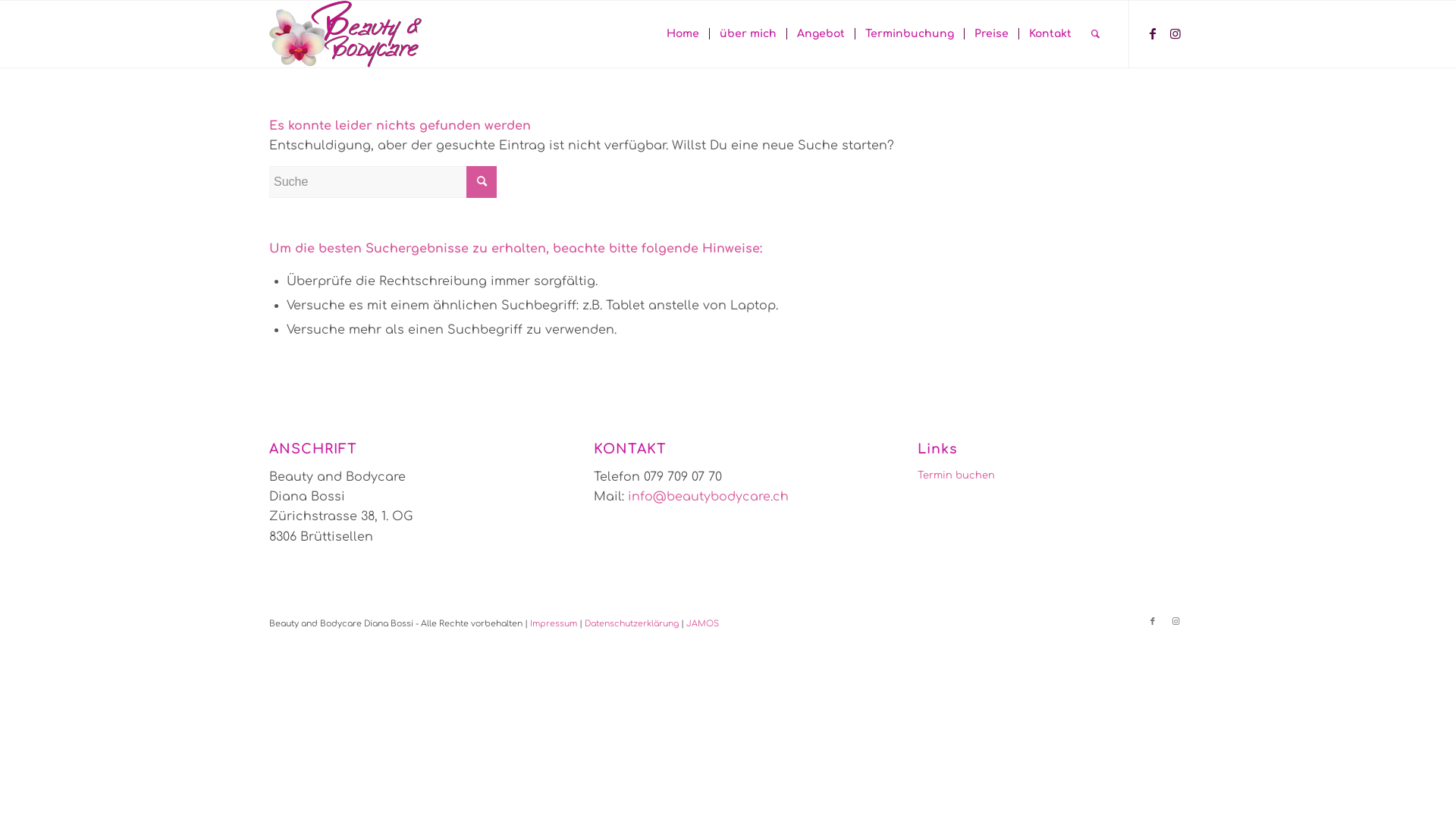 The image size is (1456, 819). What do you see at coordinates (682, 34) in the screenshot?
I see `'Home'` at bounding box center [682, 34].